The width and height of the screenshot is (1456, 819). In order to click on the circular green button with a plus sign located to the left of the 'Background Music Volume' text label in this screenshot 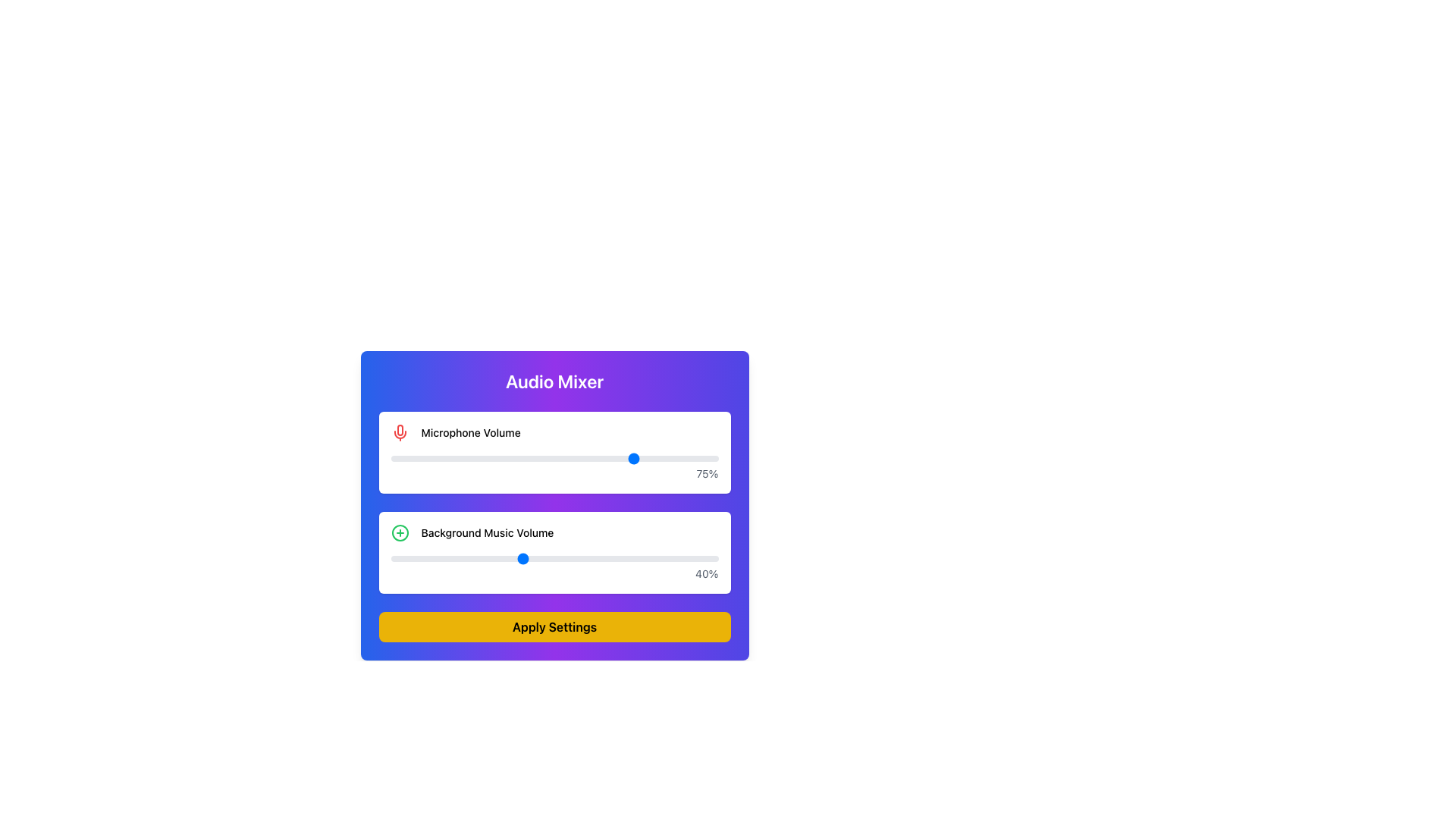, I will do `click(400, 532)`.